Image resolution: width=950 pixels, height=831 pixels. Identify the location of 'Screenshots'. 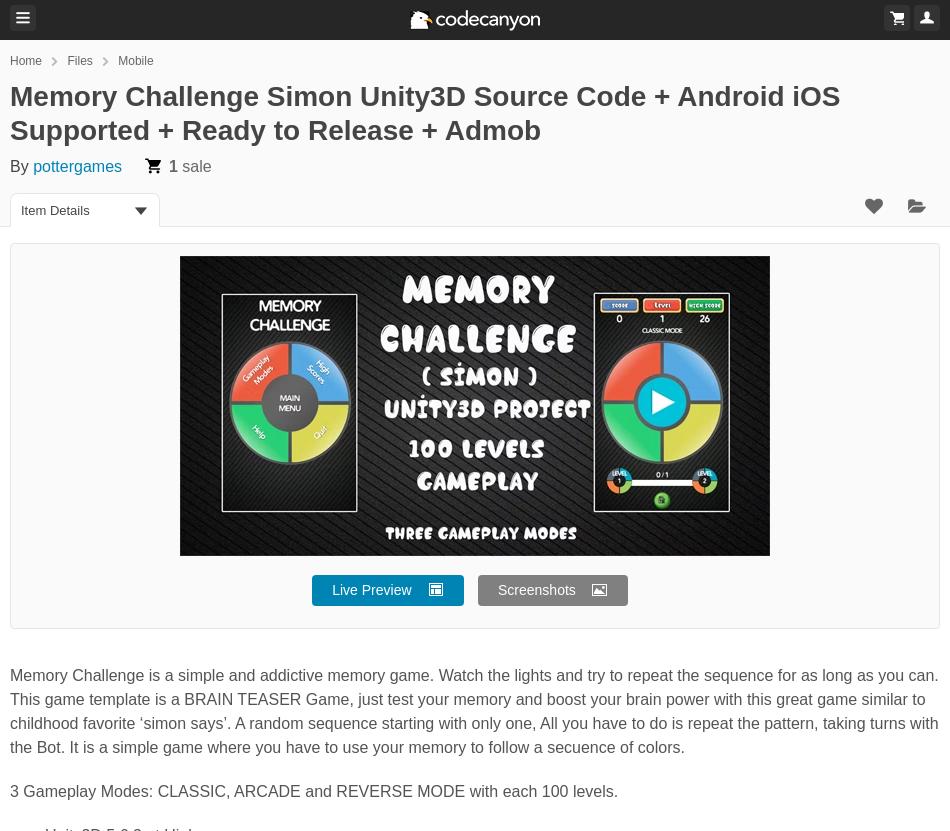
(536, 590).